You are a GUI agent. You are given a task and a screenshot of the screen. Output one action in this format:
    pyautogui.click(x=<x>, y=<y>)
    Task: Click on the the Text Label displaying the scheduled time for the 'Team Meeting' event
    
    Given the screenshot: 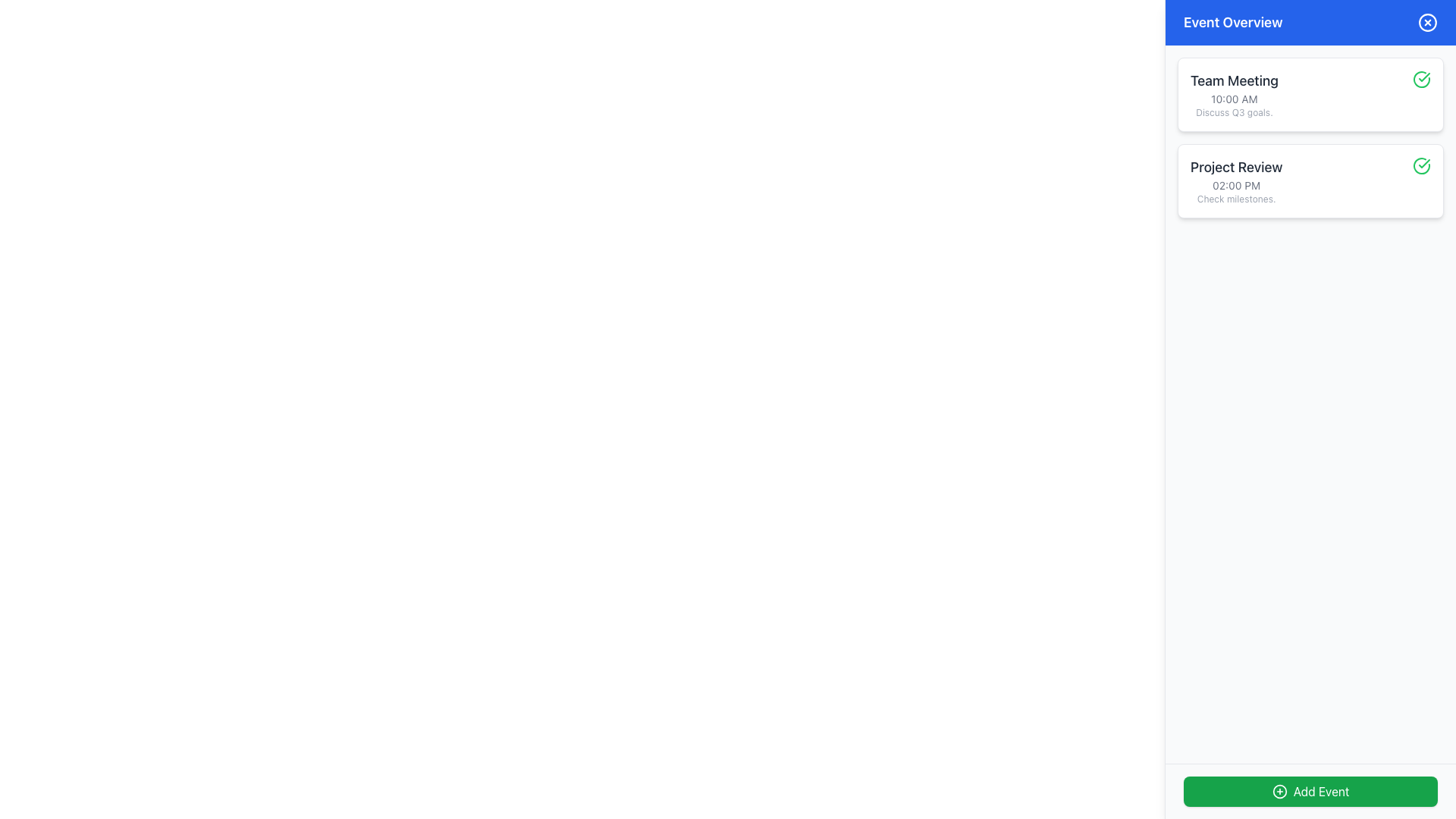 What is the action you would take?
    pyautogui.click(x=1234, y=99)
    